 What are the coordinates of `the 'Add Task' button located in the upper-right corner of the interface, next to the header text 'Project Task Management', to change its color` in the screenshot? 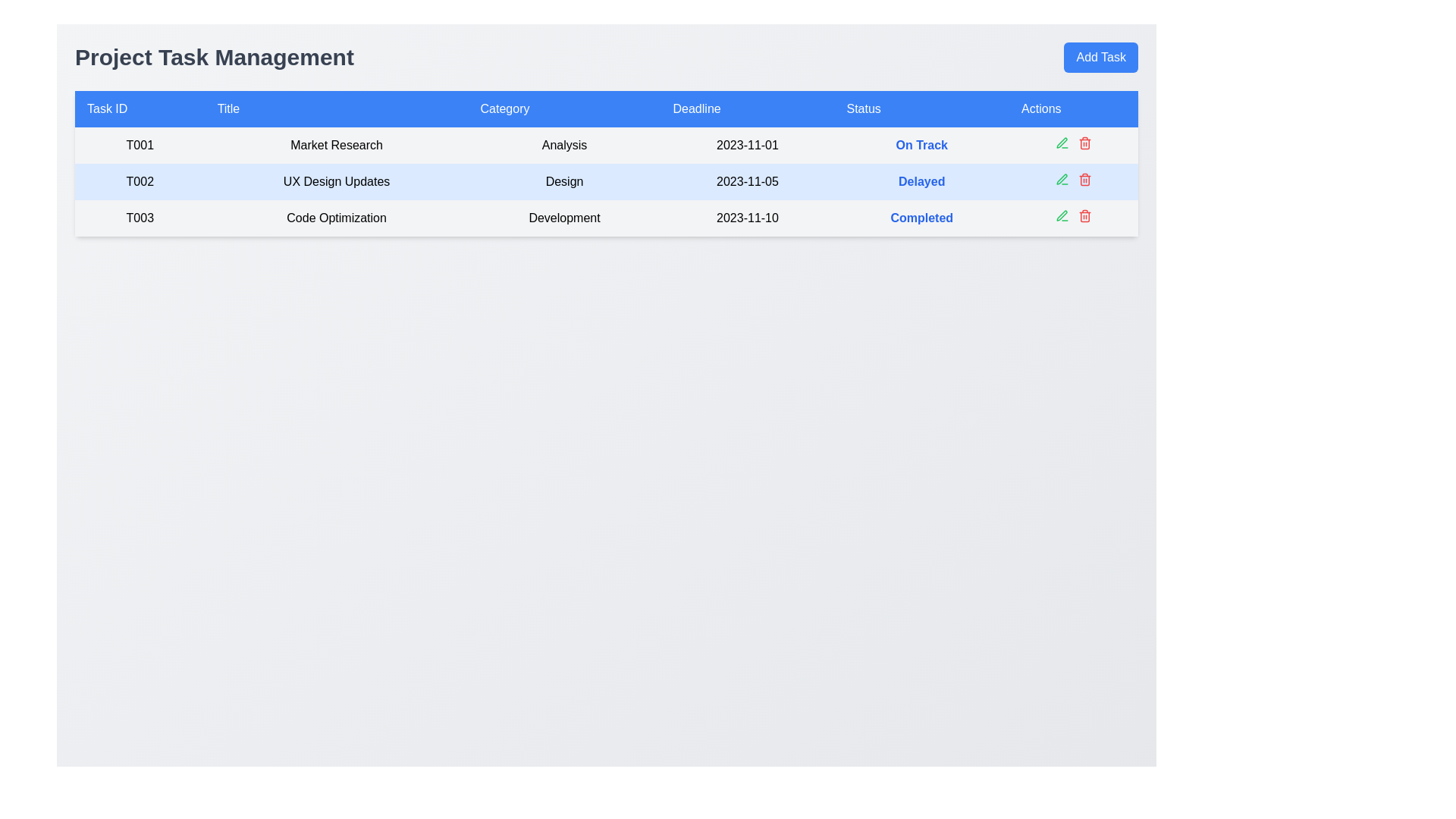 It's located at (1101, 57).